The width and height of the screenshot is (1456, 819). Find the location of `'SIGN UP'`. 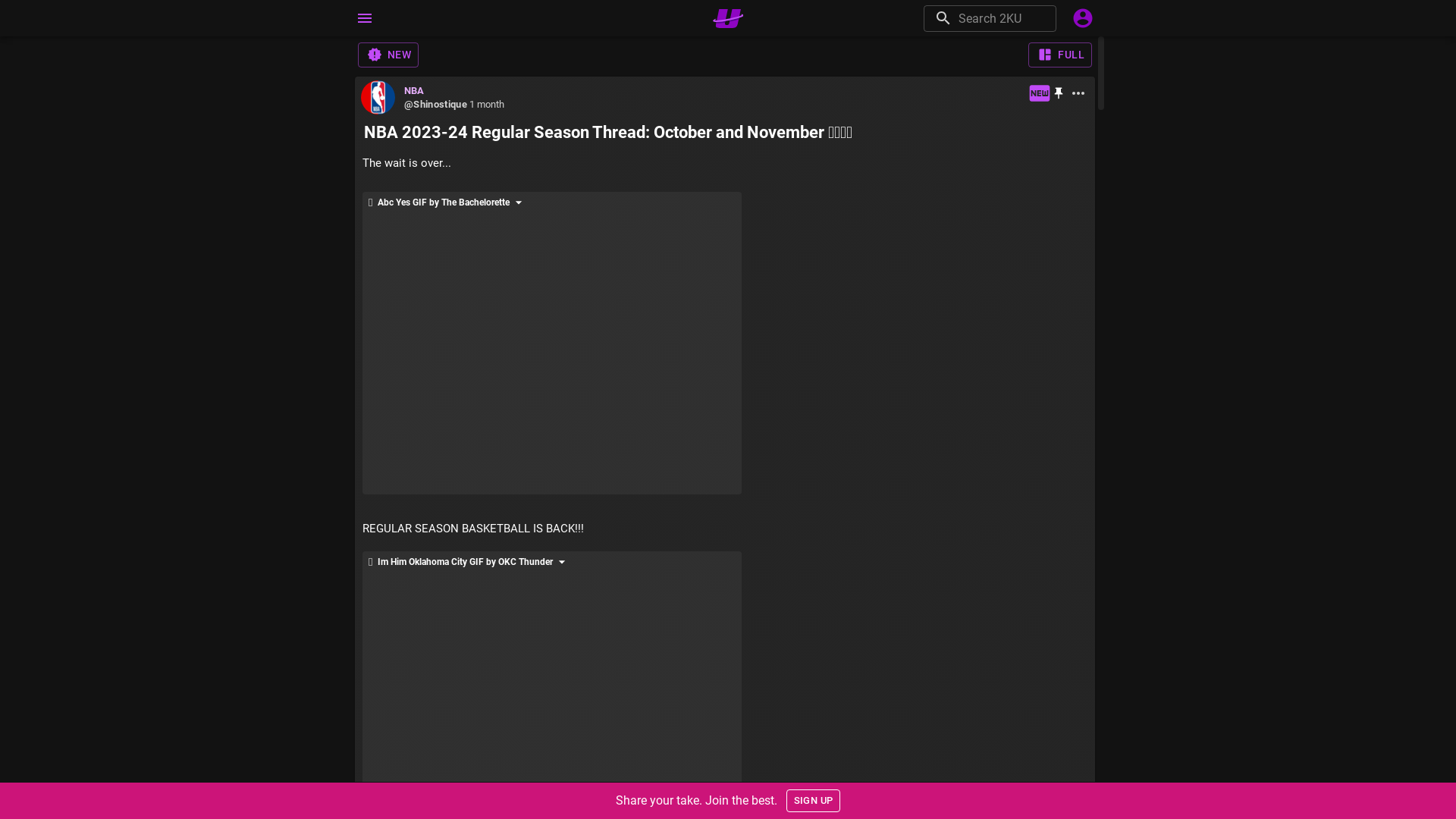

'SIGN UP' is located at coordinates (813, 800).